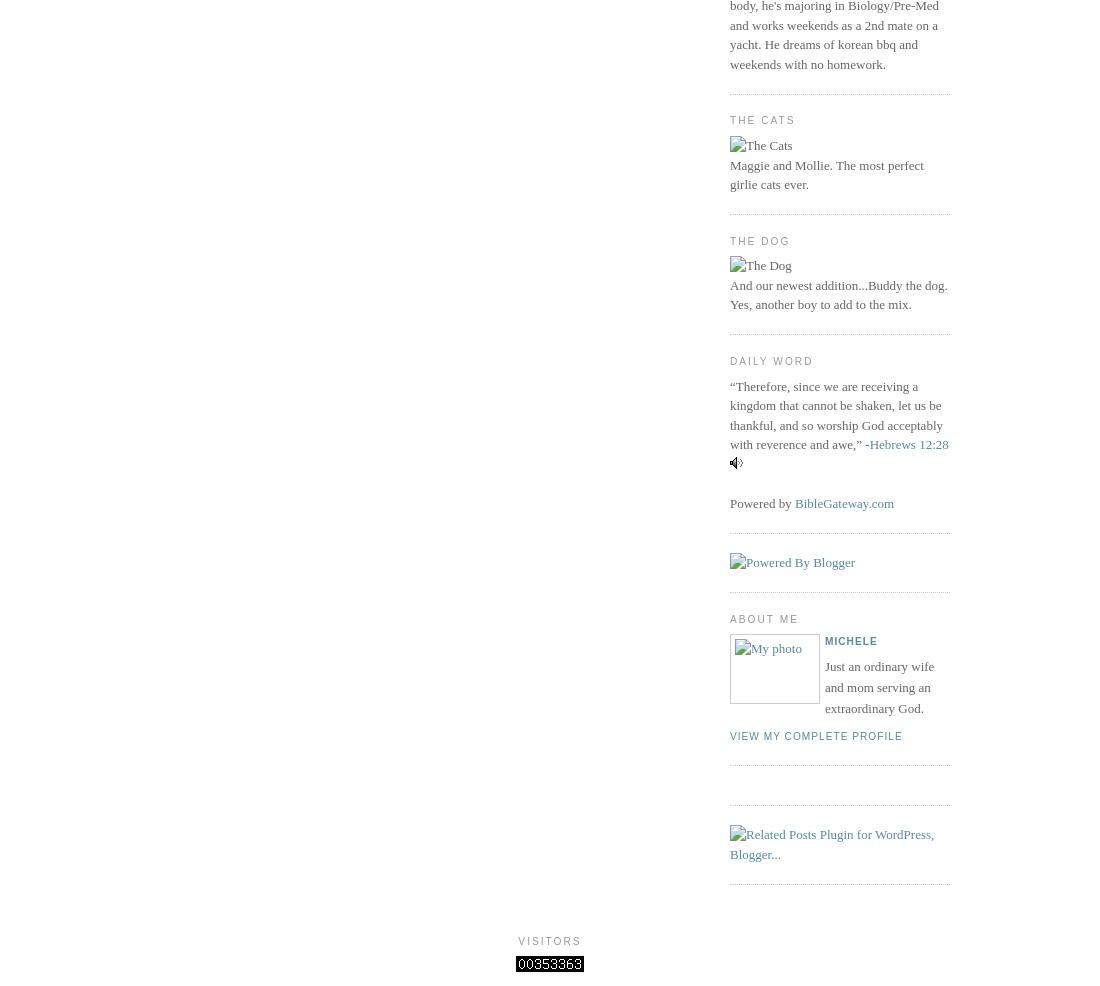 The image size is (1100, 986). What do you see at coordinates (517, 940) in the screenshot?
I see `'Visitors'` at bounding box center [517, 940].